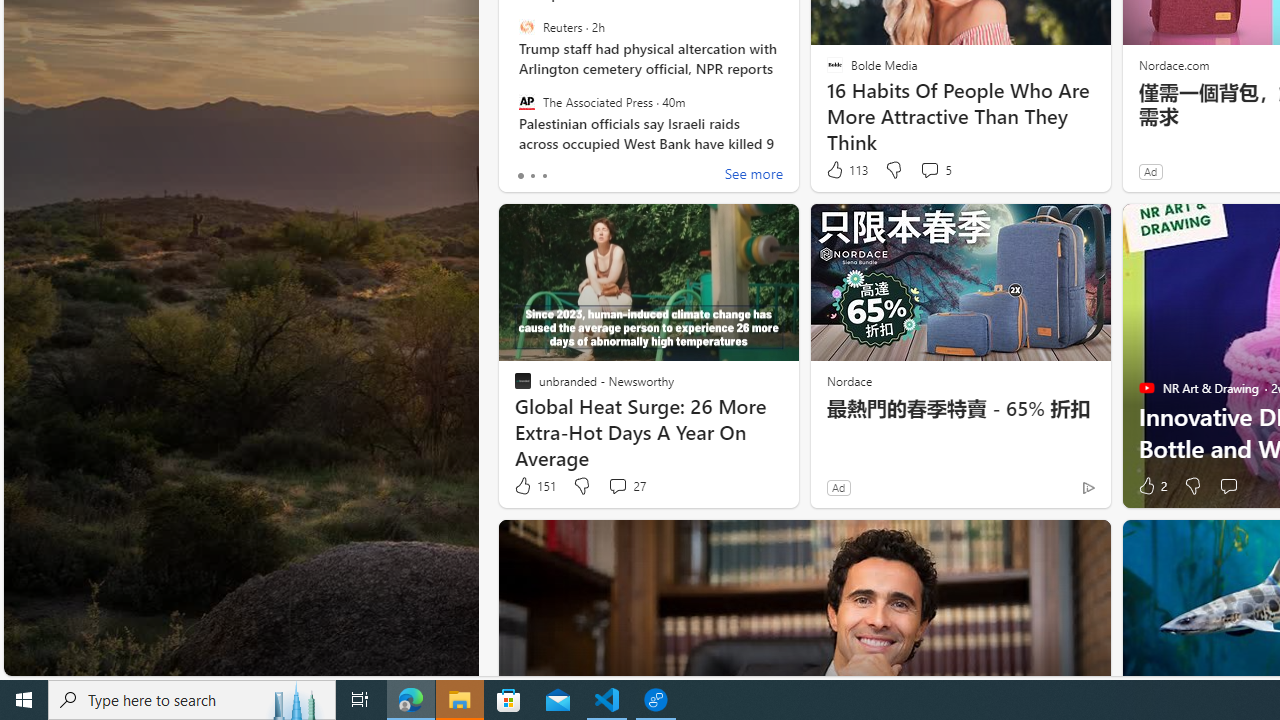  What do you see at coordinates (1173, 63) in the screenshot?
I see `'Nordace.com'` at bounding box center [1173, 63].